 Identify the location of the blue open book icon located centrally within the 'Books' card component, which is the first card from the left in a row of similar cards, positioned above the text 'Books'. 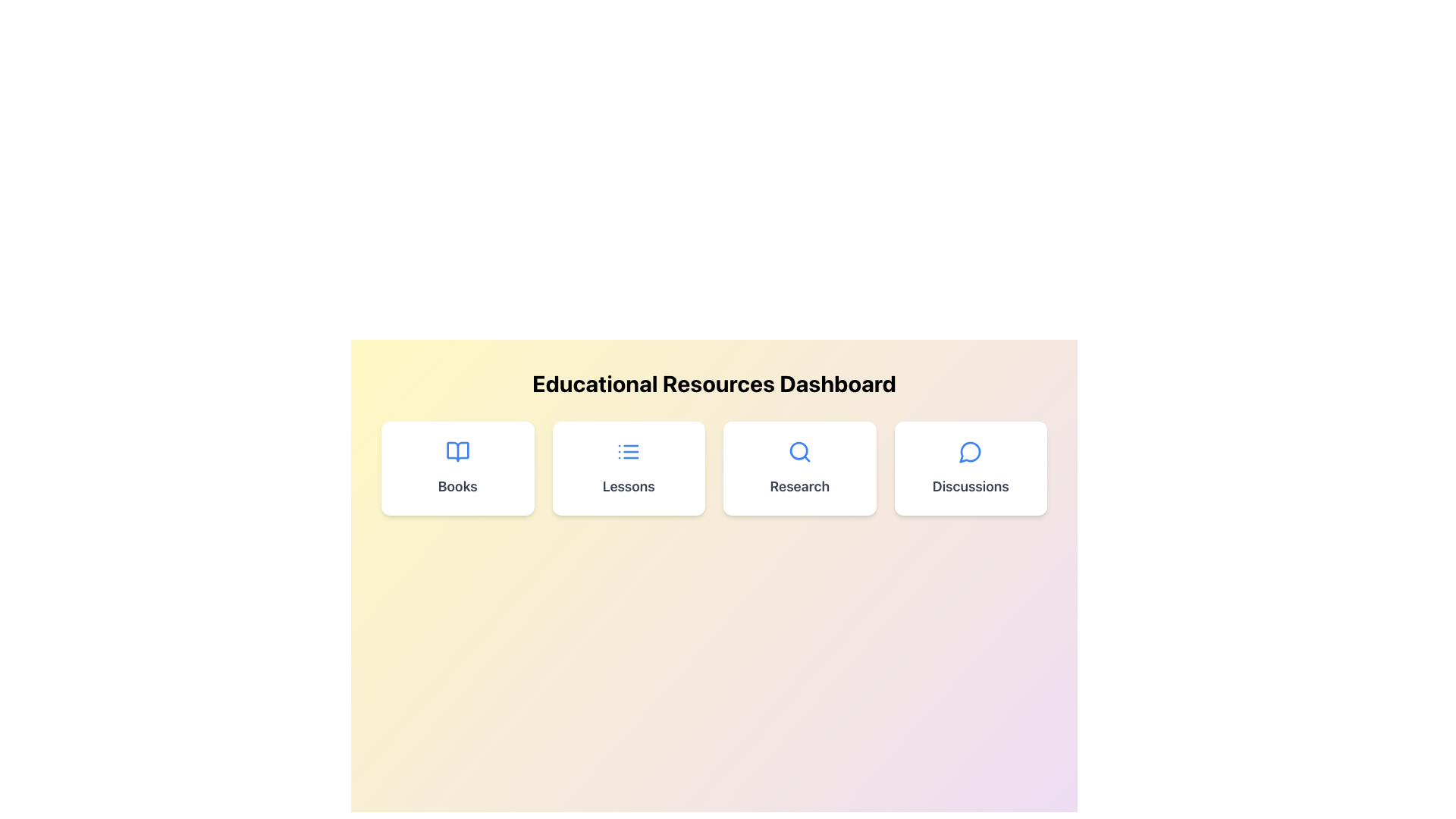
(457, 451).